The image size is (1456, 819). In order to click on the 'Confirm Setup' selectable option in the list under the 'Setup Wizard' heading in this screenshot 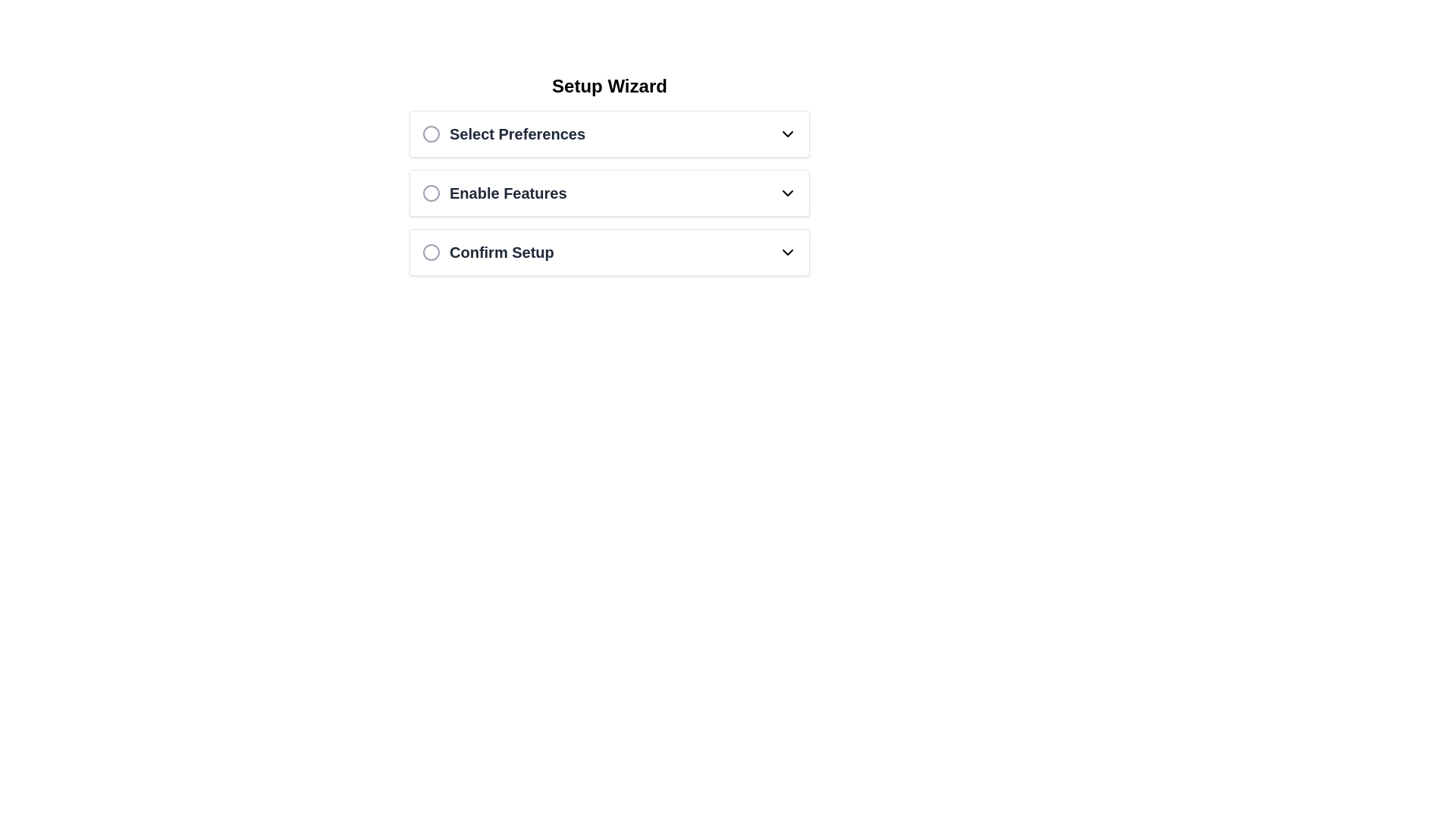, I will do `click(488, 251)`.